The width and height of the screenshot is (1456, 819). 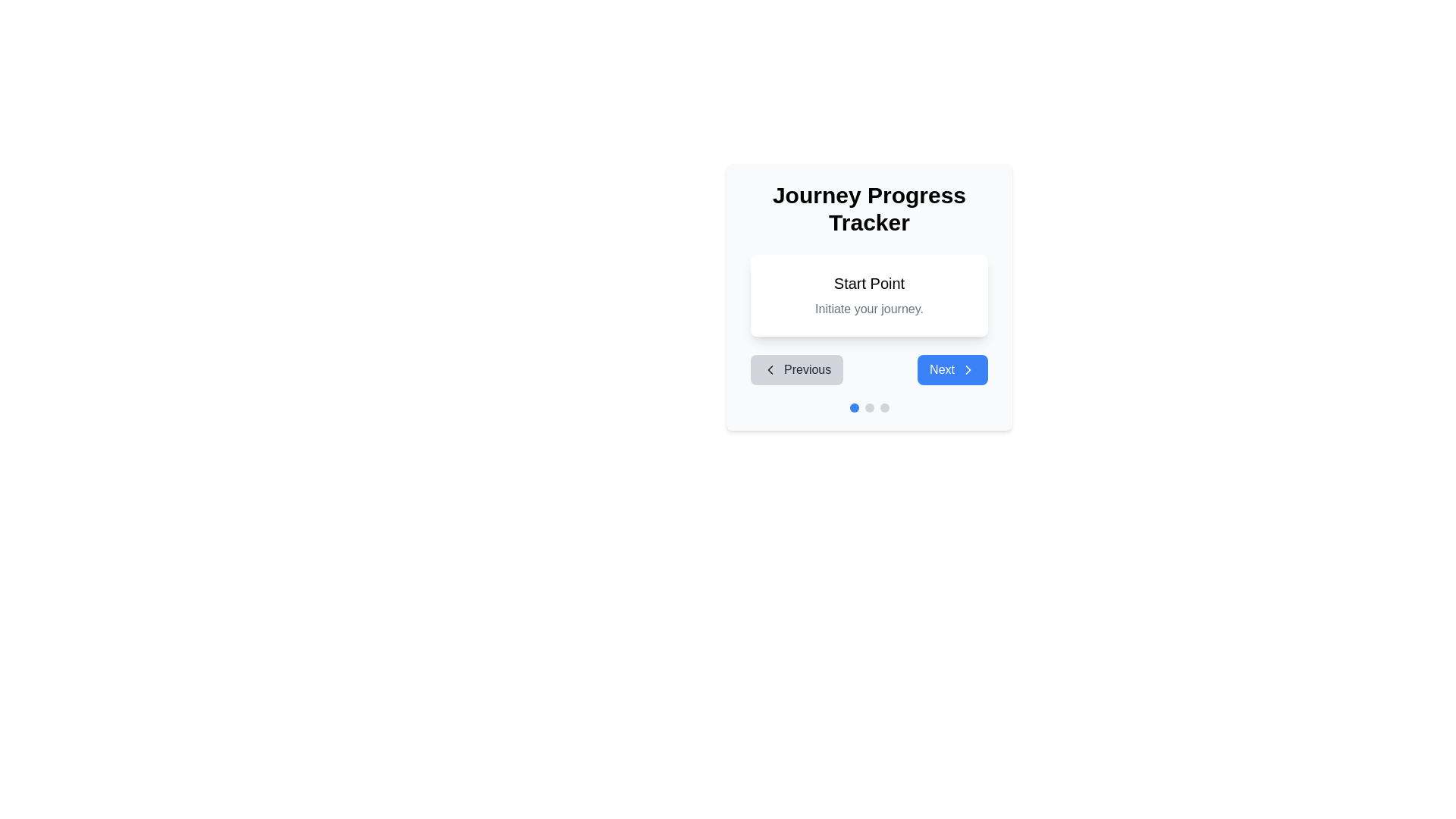 I want to click on the chevron icon located to the left of the 'Previous' text label within the button on the bottom left of the 'Journey Progress Tracker' card interface, so click(x=770, y=370).